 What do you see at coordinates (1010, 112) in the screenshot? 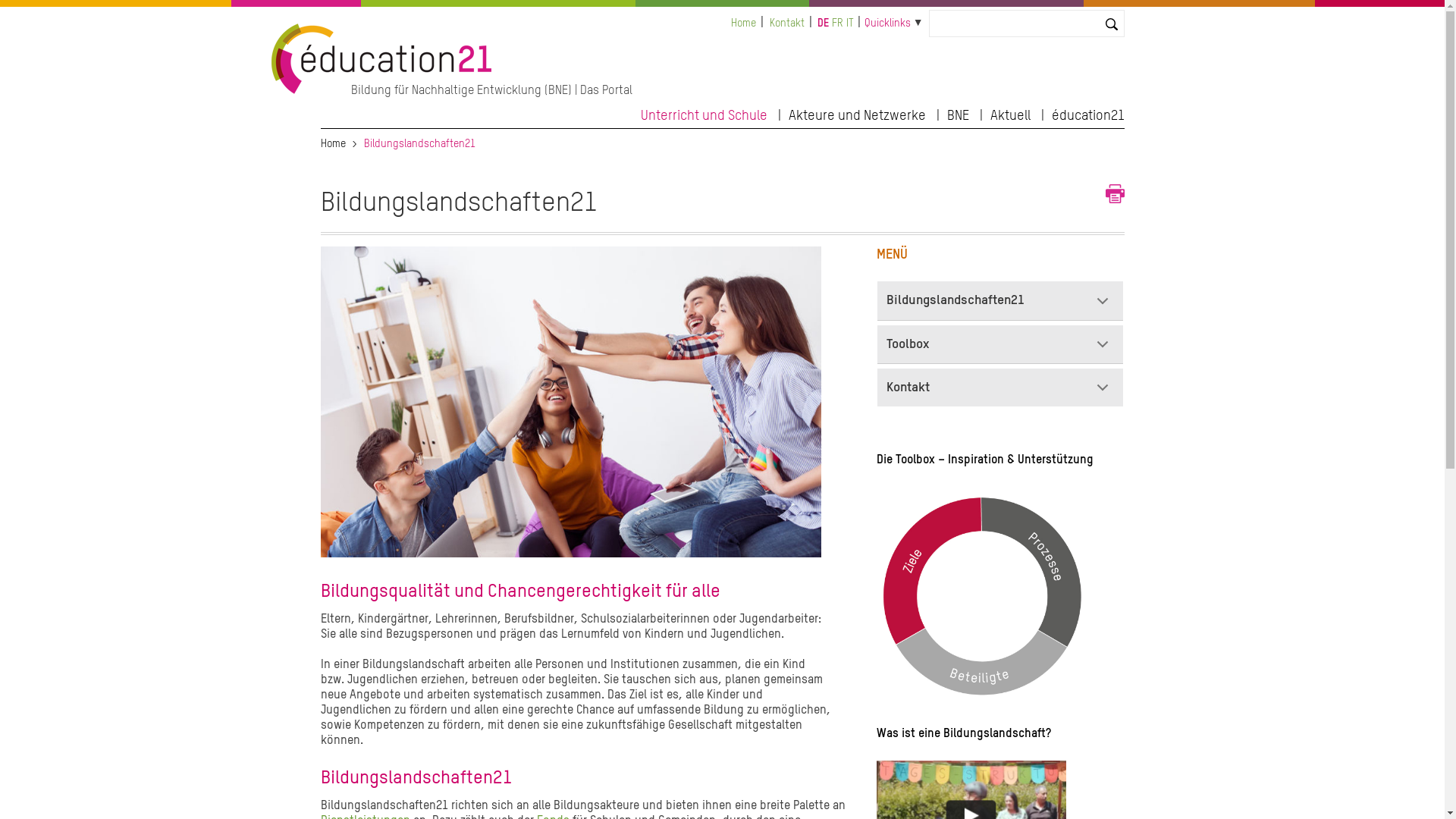
I see `'Aktuell'` at bounding box center [1010, 112].